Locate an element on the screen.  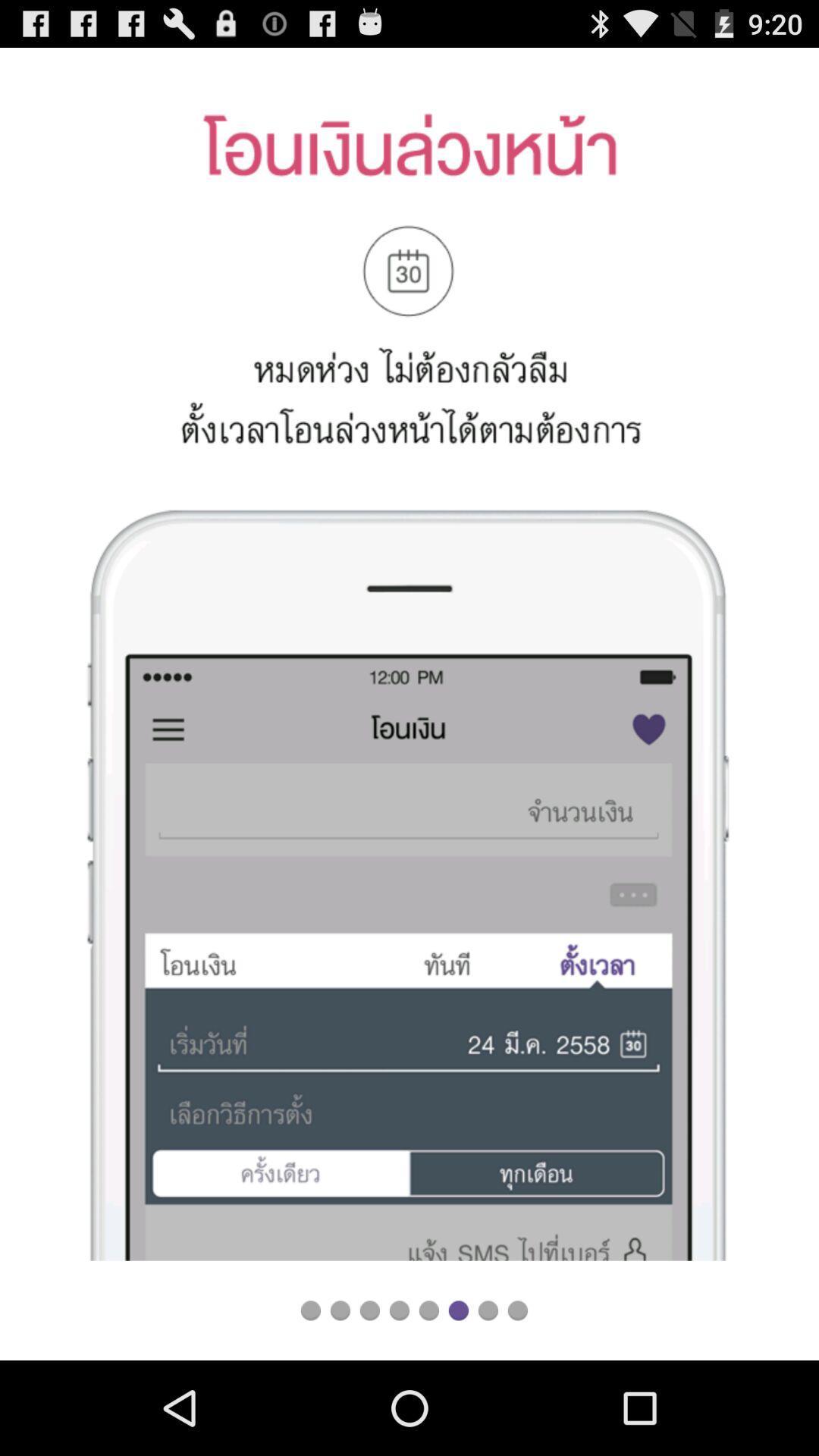
menu button is located at coordinates (398, 1310).